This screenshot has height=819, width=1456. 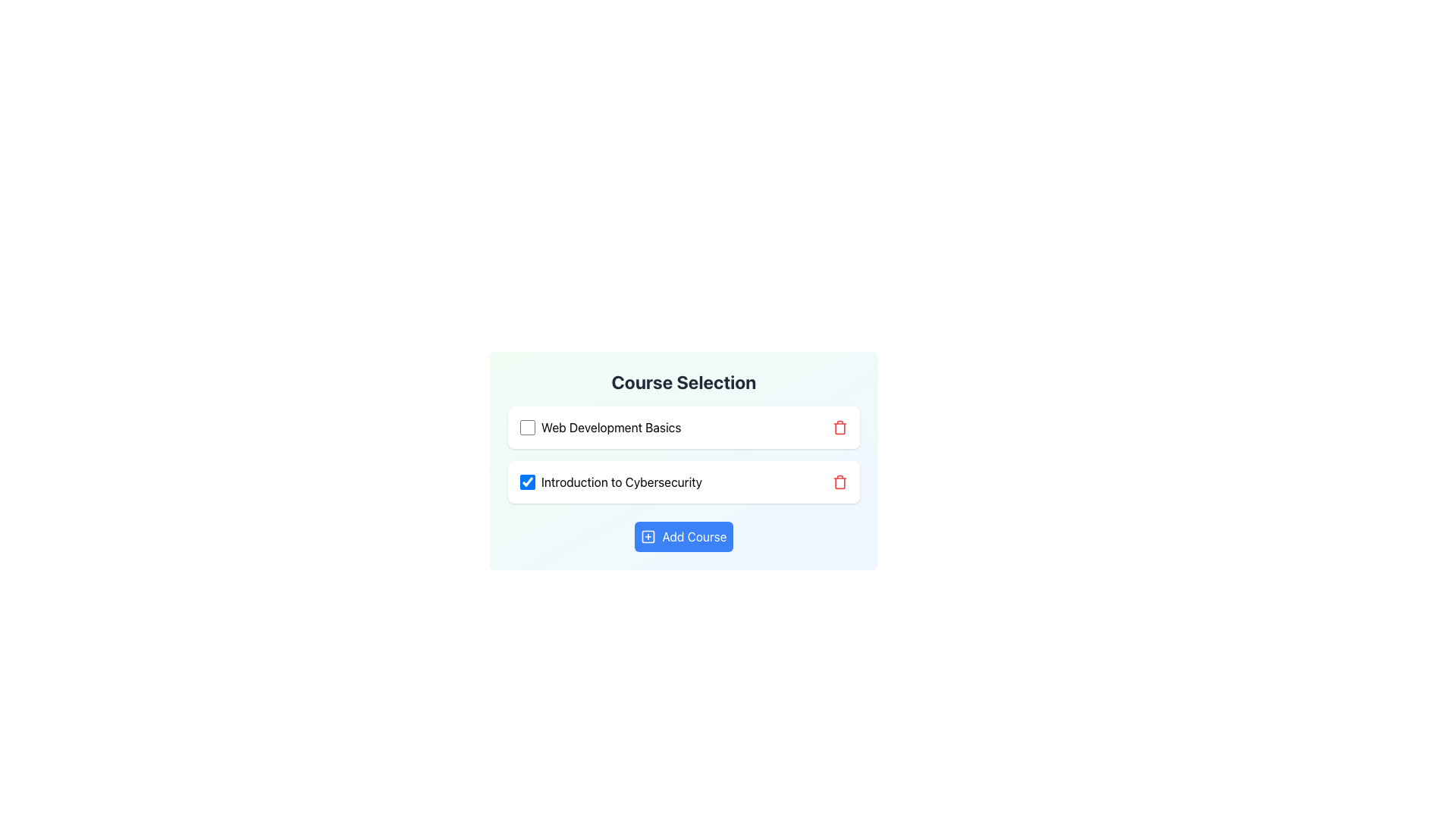 I want to click on the static text label displaying 'Introduction to Cybersecurity', which is located in the second row of the course list, positioned between a blue-checked checkbox and a red trash icon, so click(x=622, y=482).